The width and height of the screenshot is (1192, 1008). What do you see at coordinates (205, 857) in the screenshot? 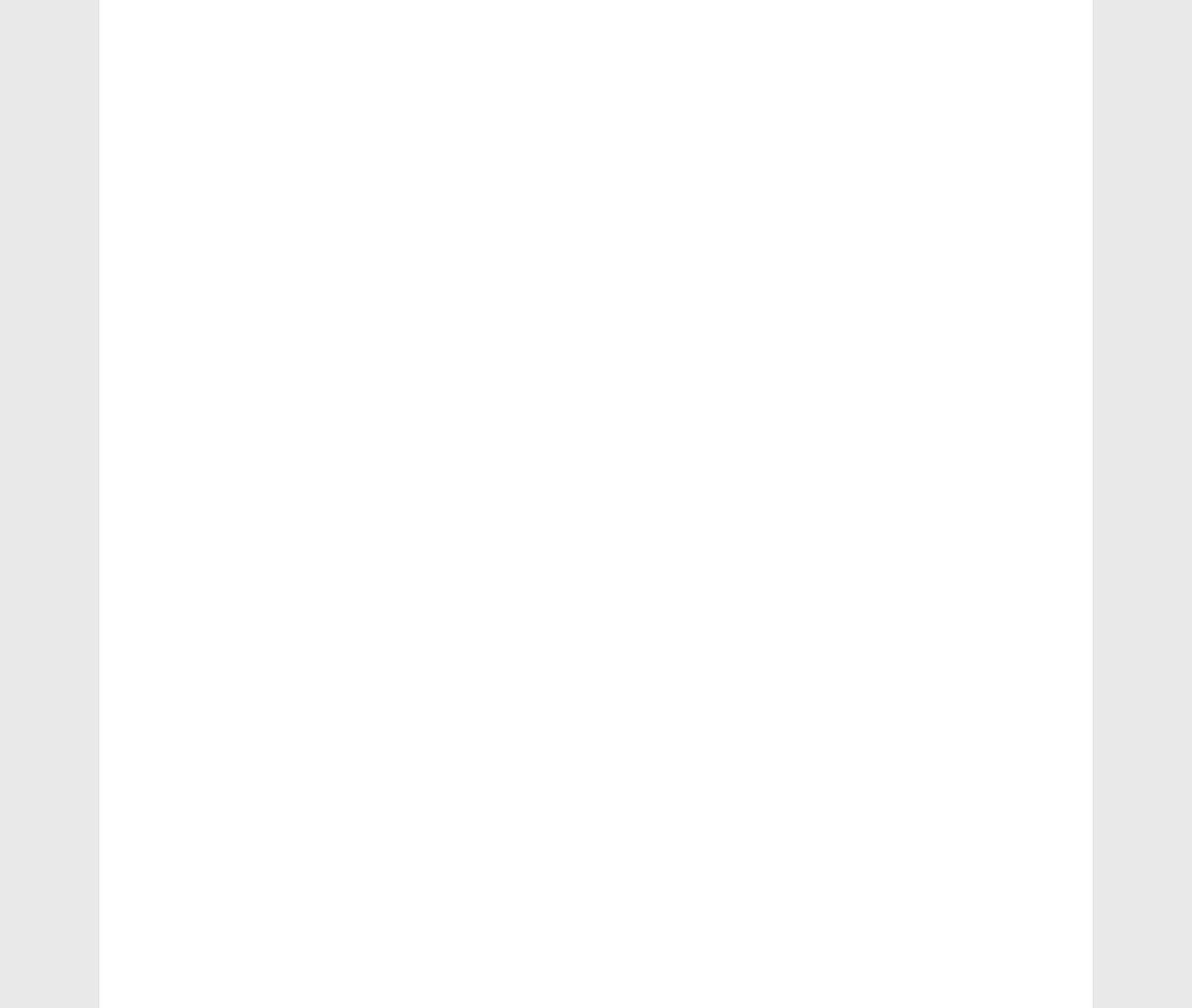
I see `'cooking education'` at bounding box center [205, 857].